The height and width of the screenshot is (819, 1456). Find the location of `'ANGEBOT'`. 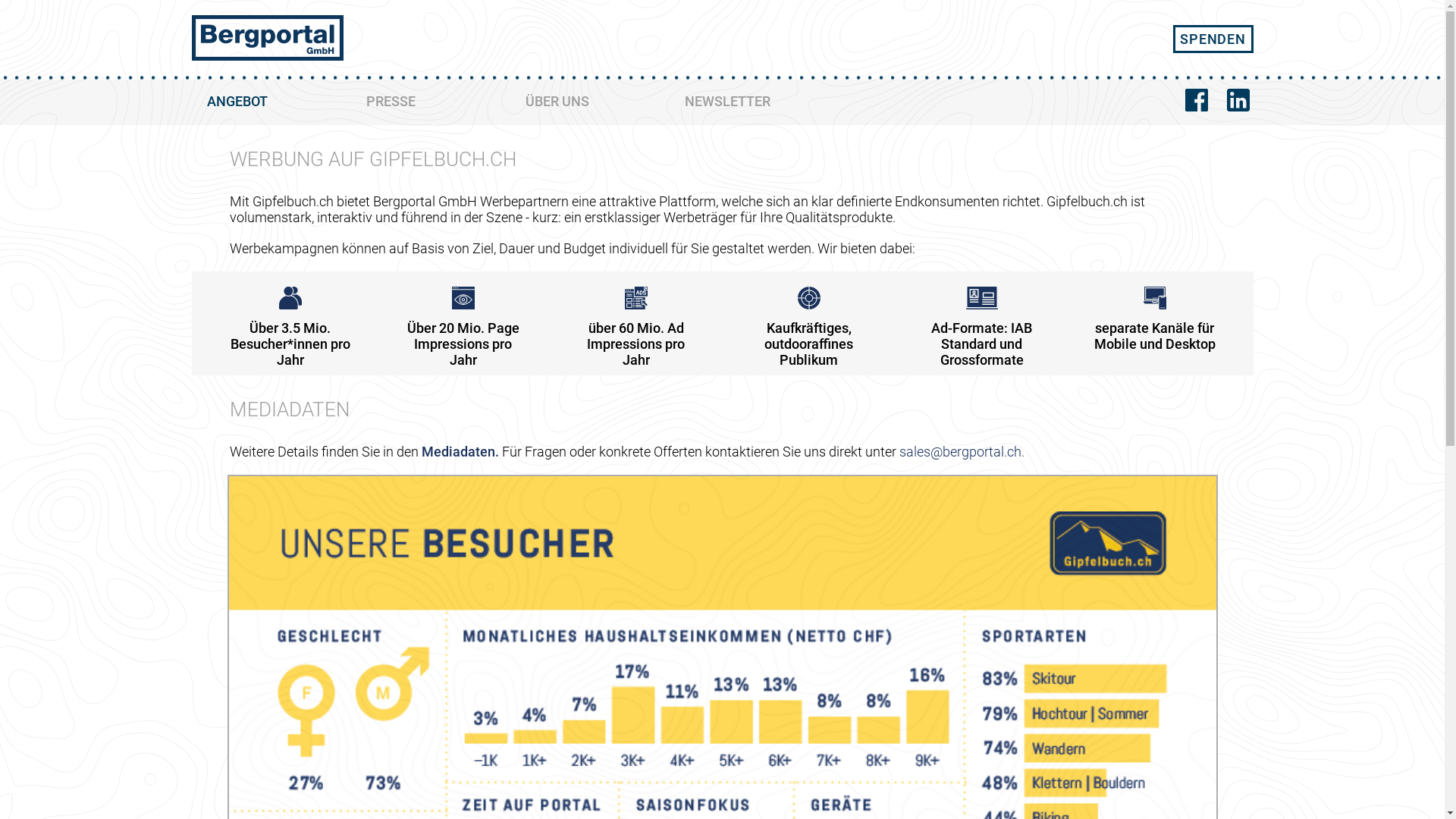

'ANGEBOT' is located at coordinates (270, 102).